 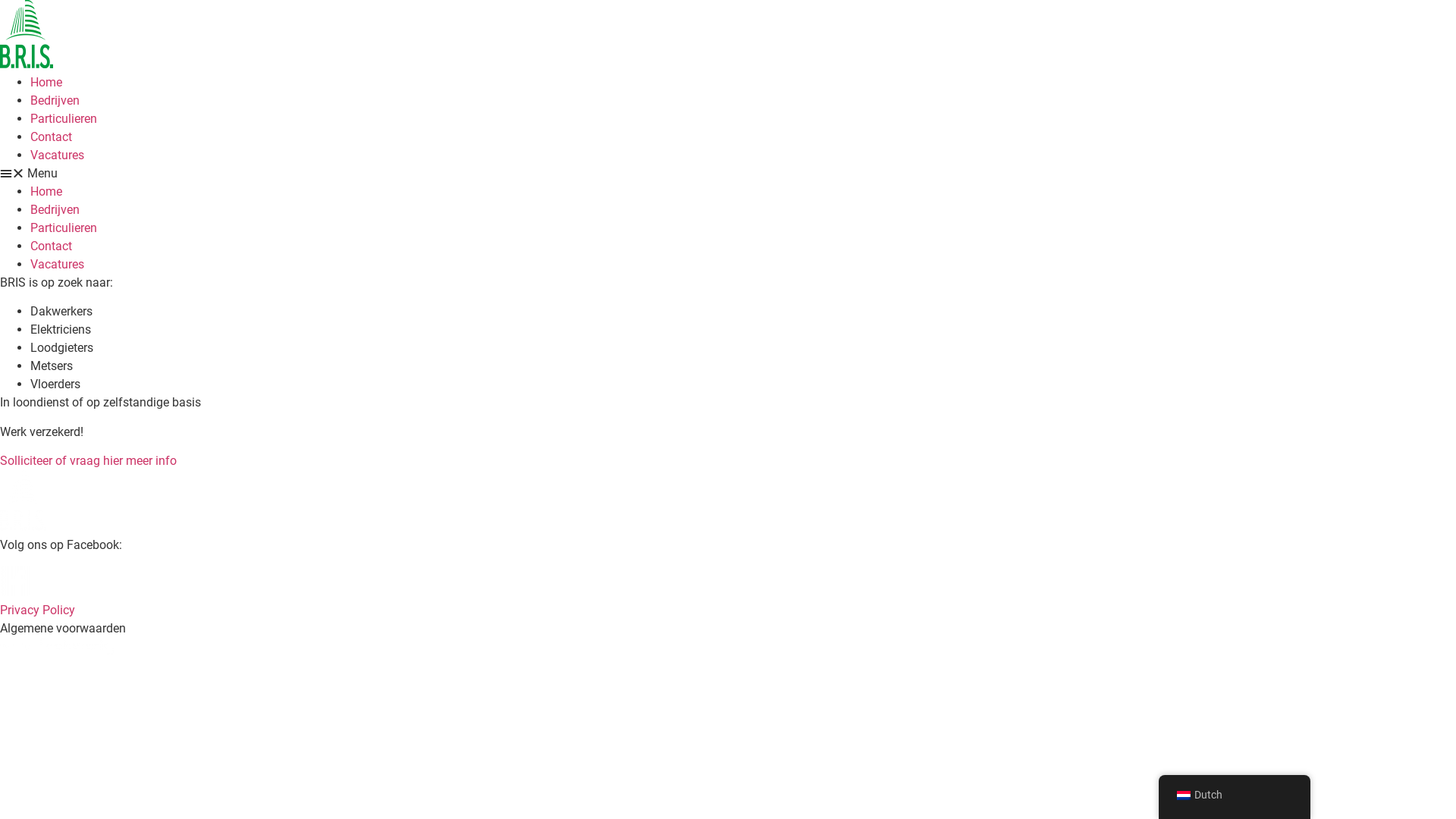 What do you see at coordinates (61, 628) in the screenshot?
I see `'Algemene voorwaarden'` at bounding box center [61, 628].